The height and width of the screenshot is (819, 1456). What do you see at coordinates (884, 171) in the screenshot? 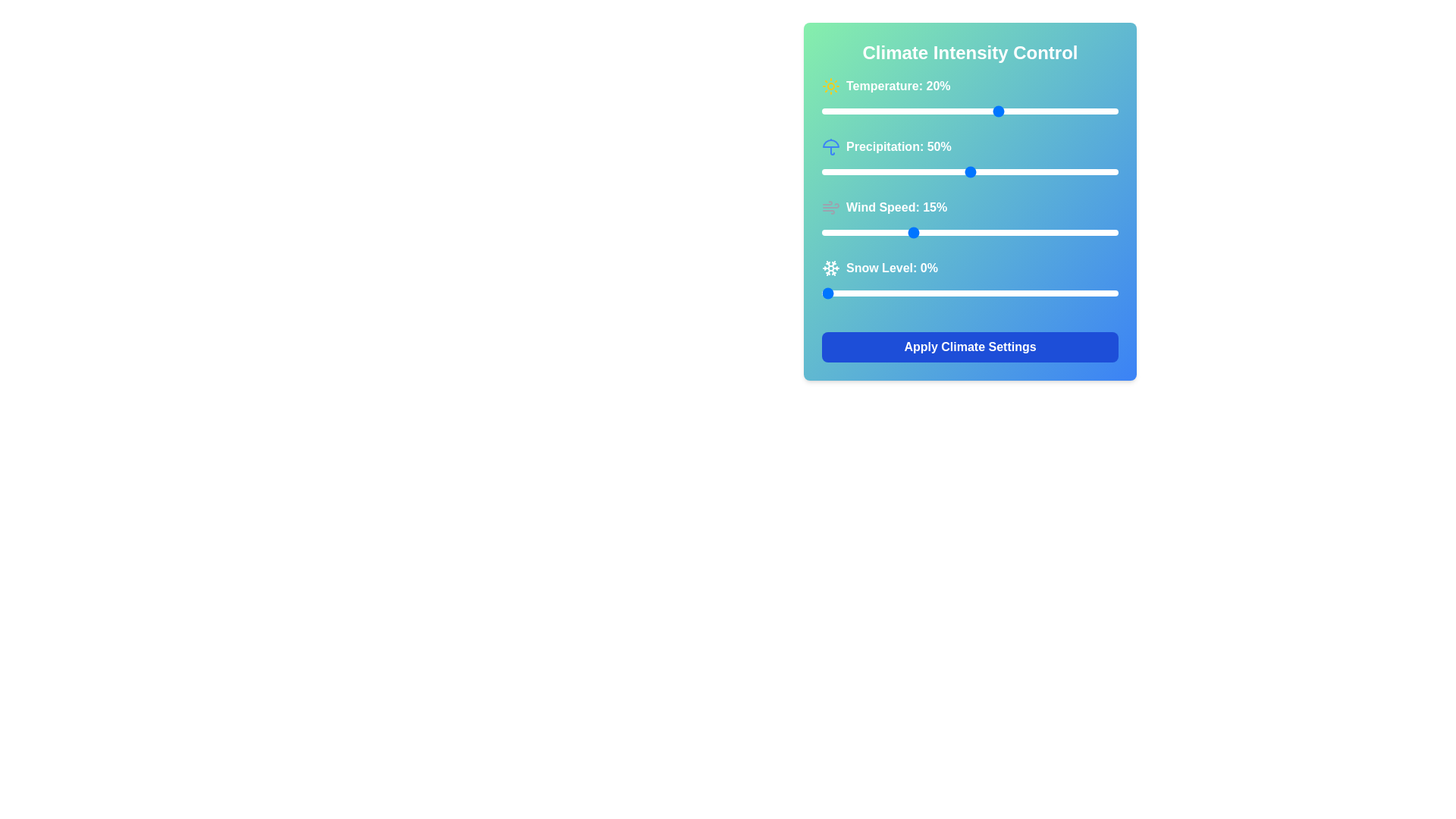
I see `precipitation` at bounding box center [884, 171].